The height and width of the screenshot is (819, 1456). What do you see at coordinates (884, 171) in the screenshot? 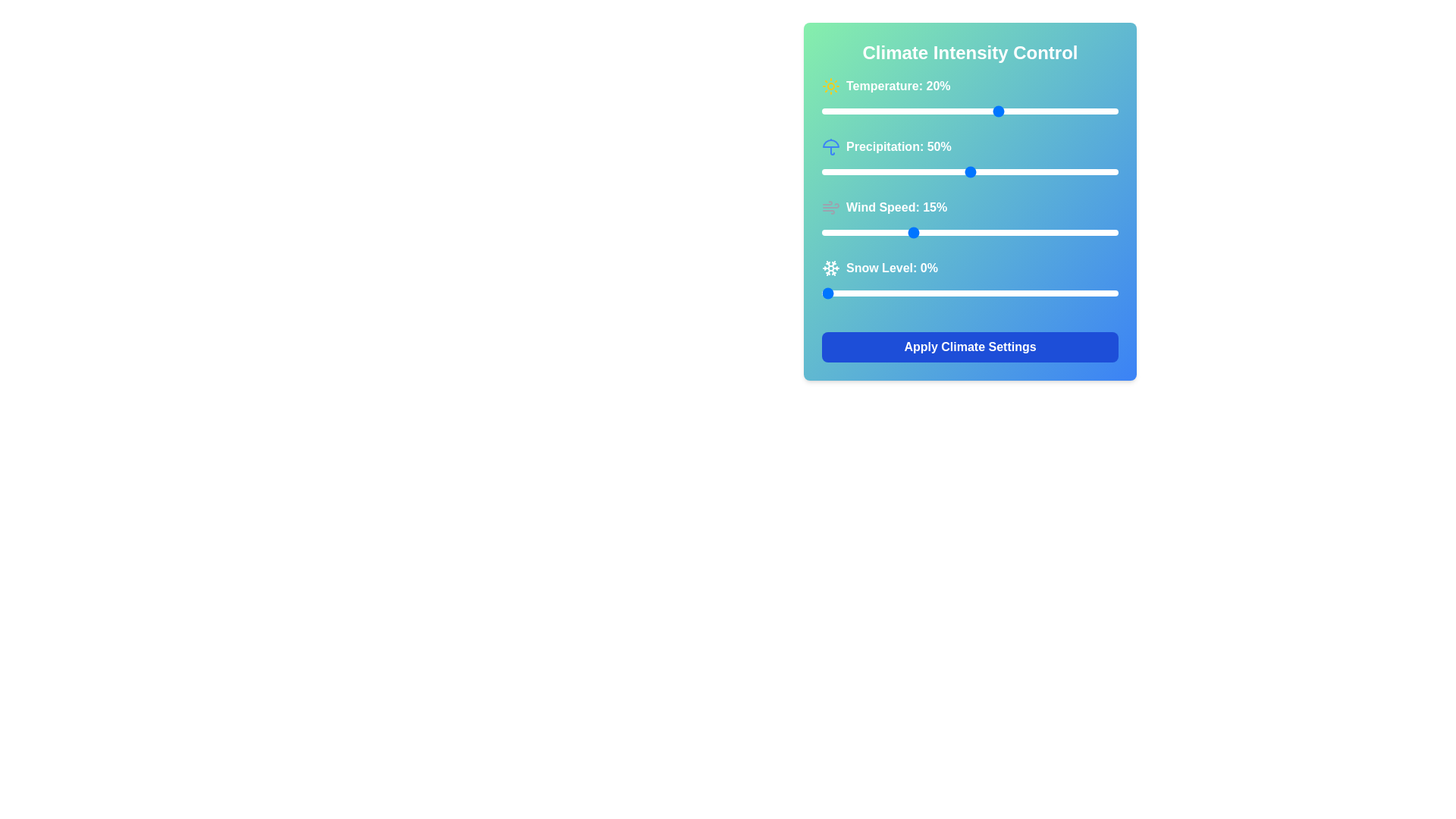
I see `precipitation` at bounding box center [884, 171].